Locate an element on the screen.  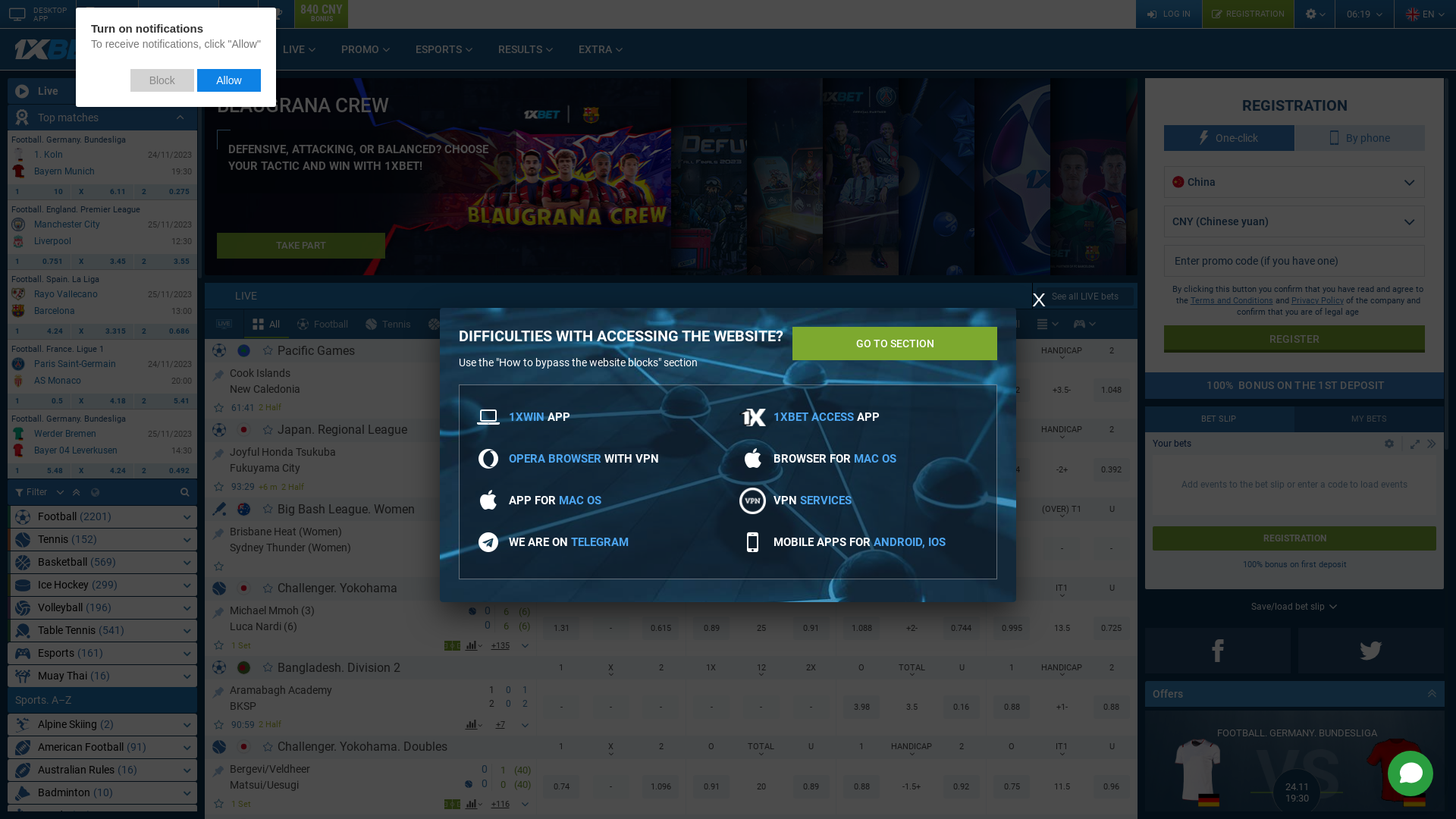
'VPN SERVICES' is located at coordinates (811, 500).